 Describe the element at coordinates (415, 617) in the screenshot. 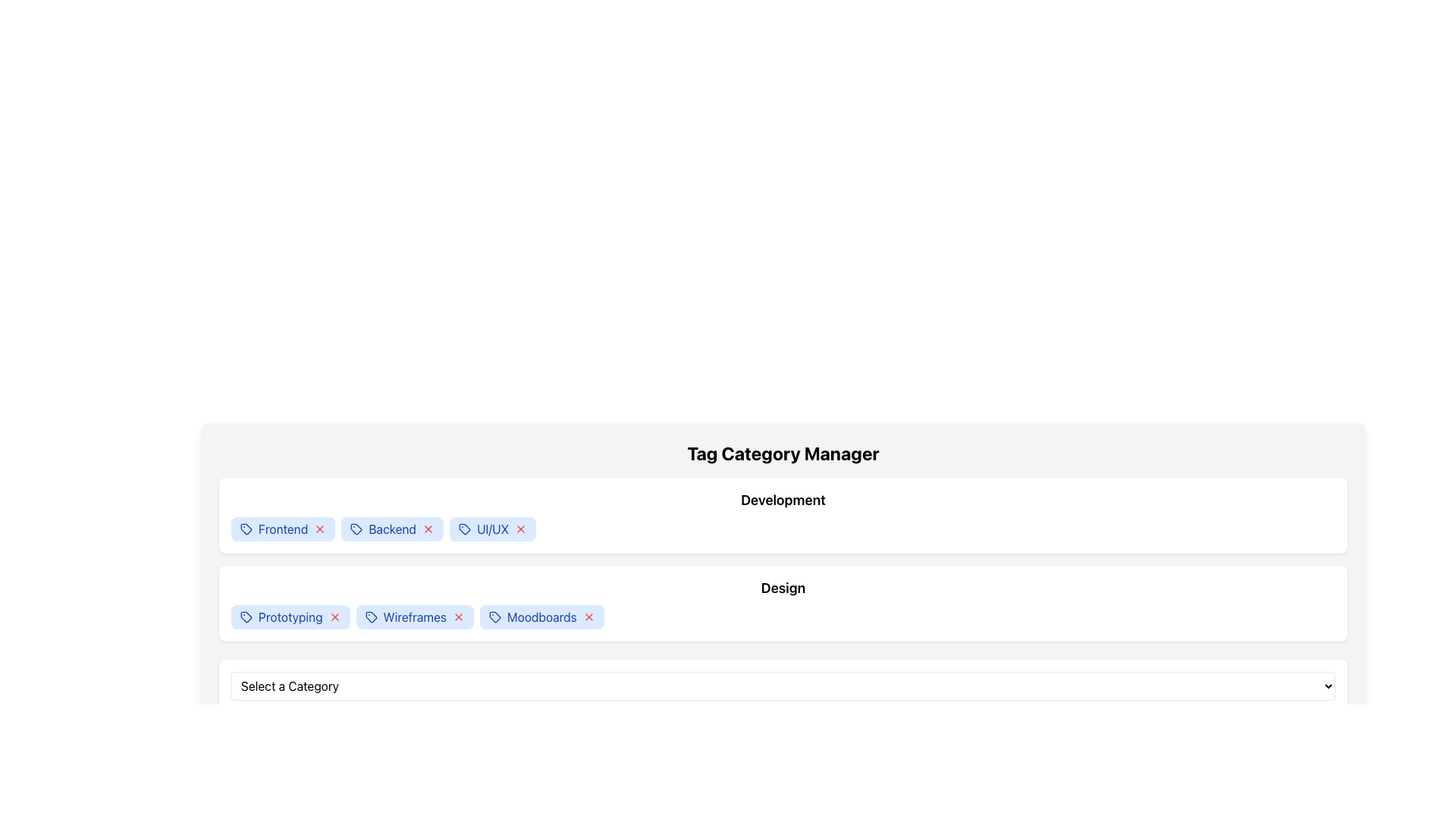

I see `the 'Wireframes' label, which is a blue tag within a rounded rectangular box in the 'Design' category` at that location.